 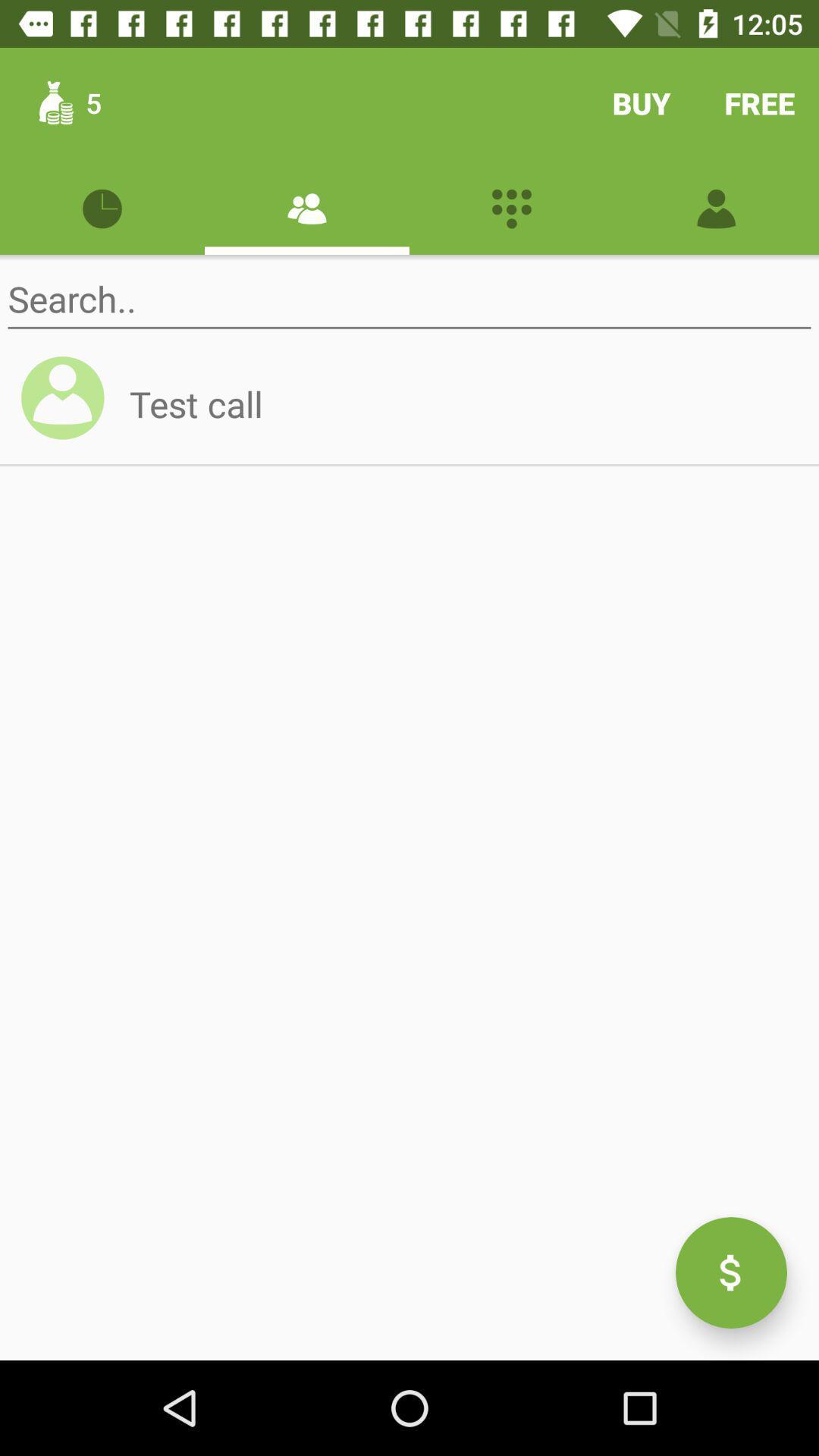 I want to click on people icon right to timer icon, so click(x=307, y=206).